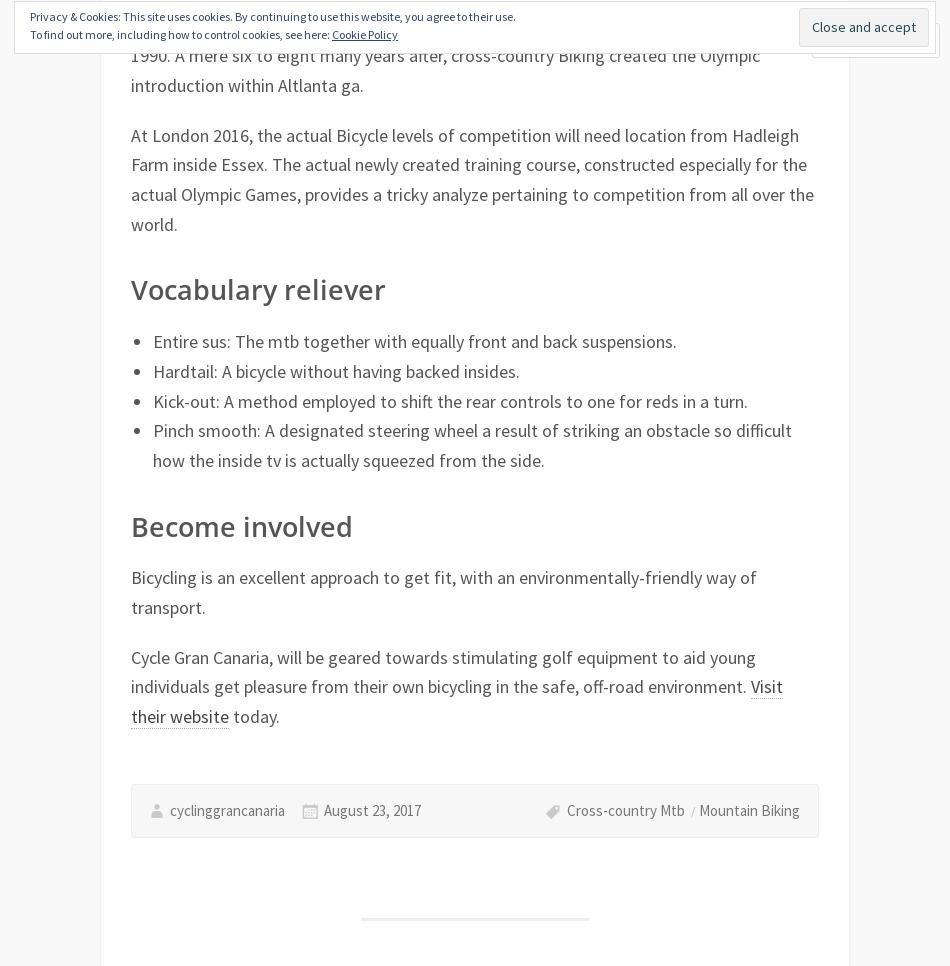 This screenshot has width=950, height=966. I want to click on 'cyclinggrancanaria', so click(226, 809).